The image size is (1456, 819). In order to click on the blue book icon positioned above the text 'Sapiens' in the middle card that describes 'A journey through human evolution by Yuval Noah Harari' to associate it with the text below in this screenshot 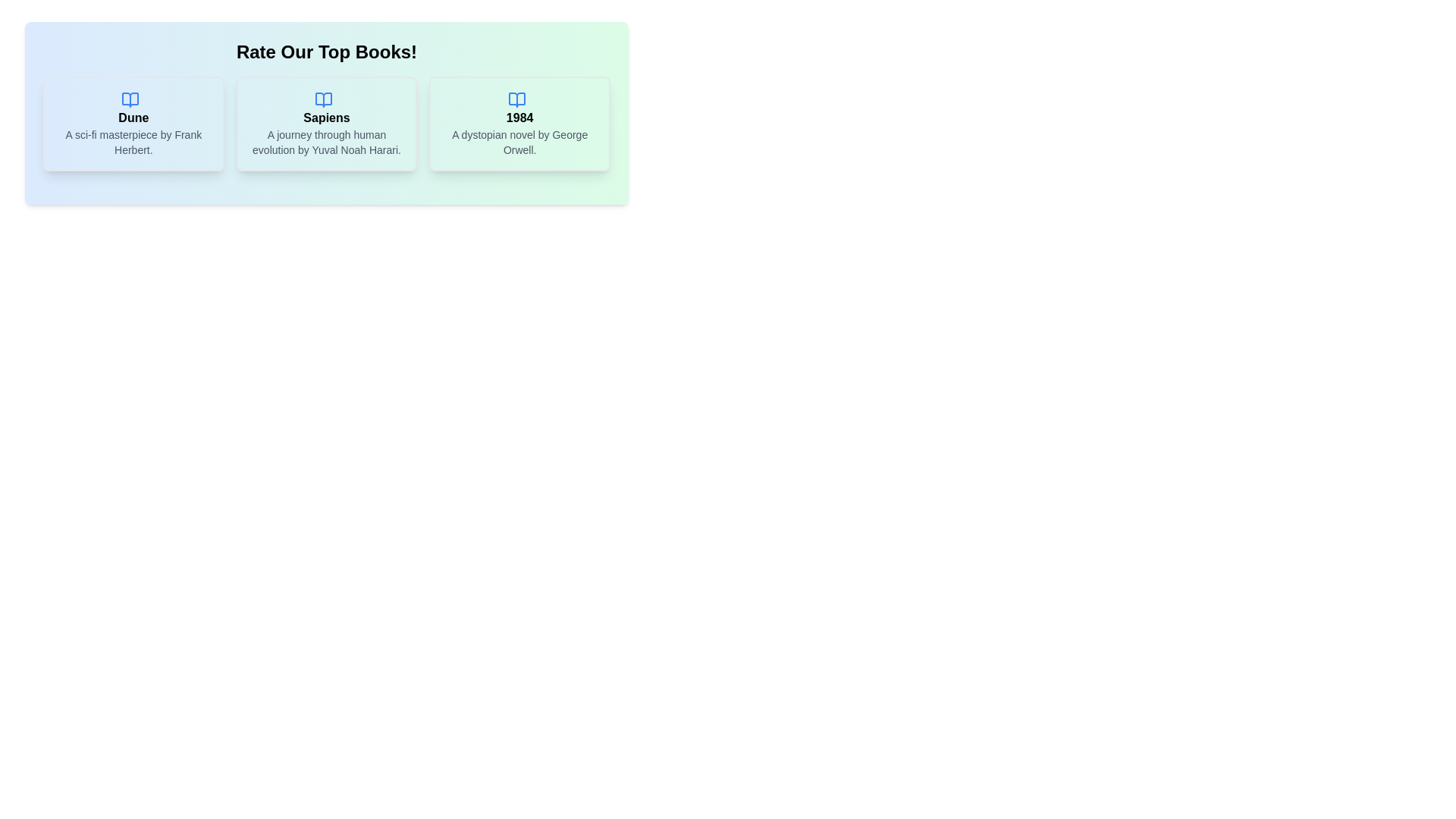, I will do `click(323, 99)`.